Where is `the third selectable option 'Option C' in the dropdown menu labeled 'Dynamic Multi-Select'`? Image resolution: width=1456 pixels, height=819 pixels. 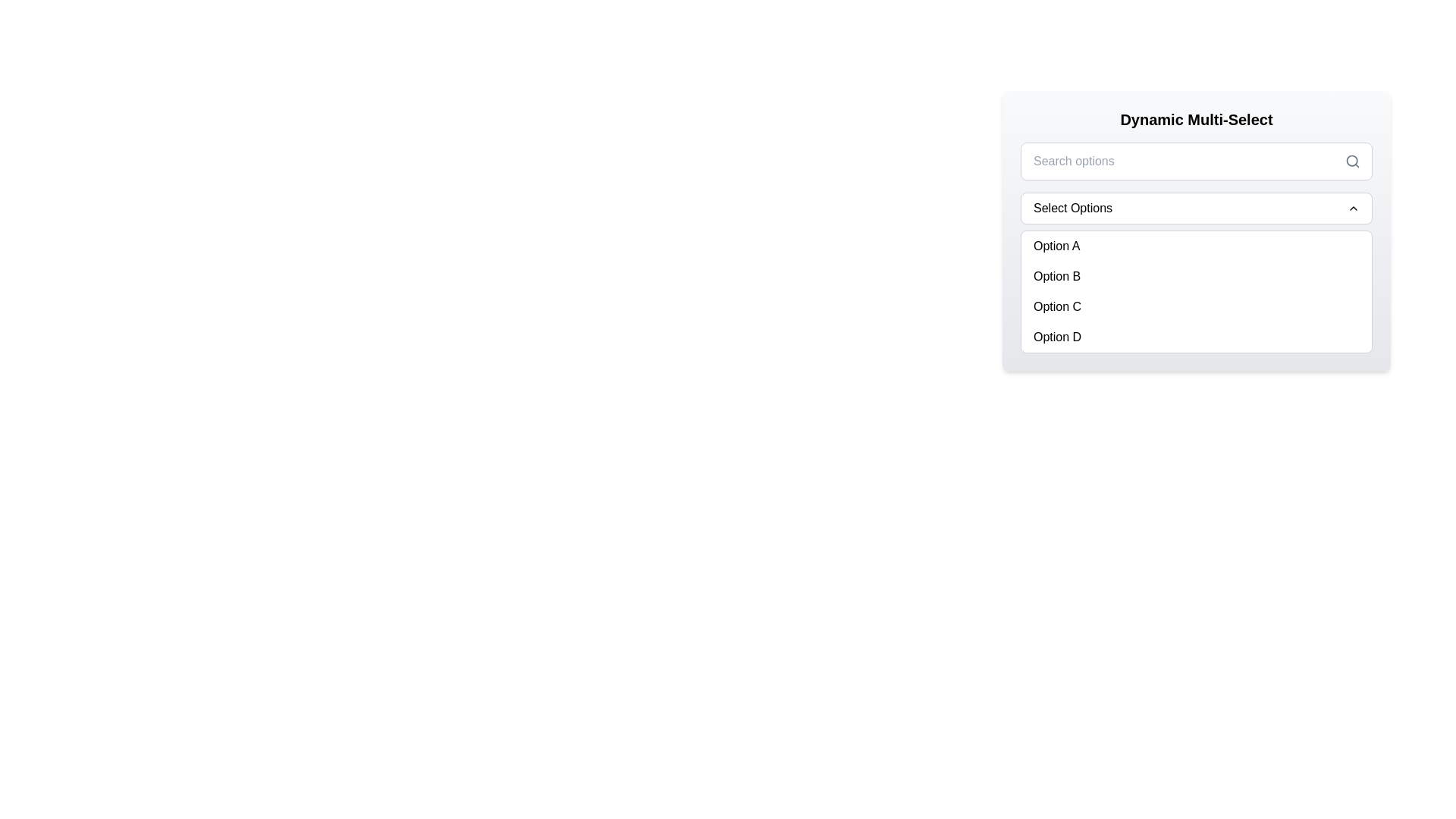
the third selectable option 'Option C' in the dropdown menu labeled 'Dynamic Multi-Select' is located at coordinates (1196, 307).